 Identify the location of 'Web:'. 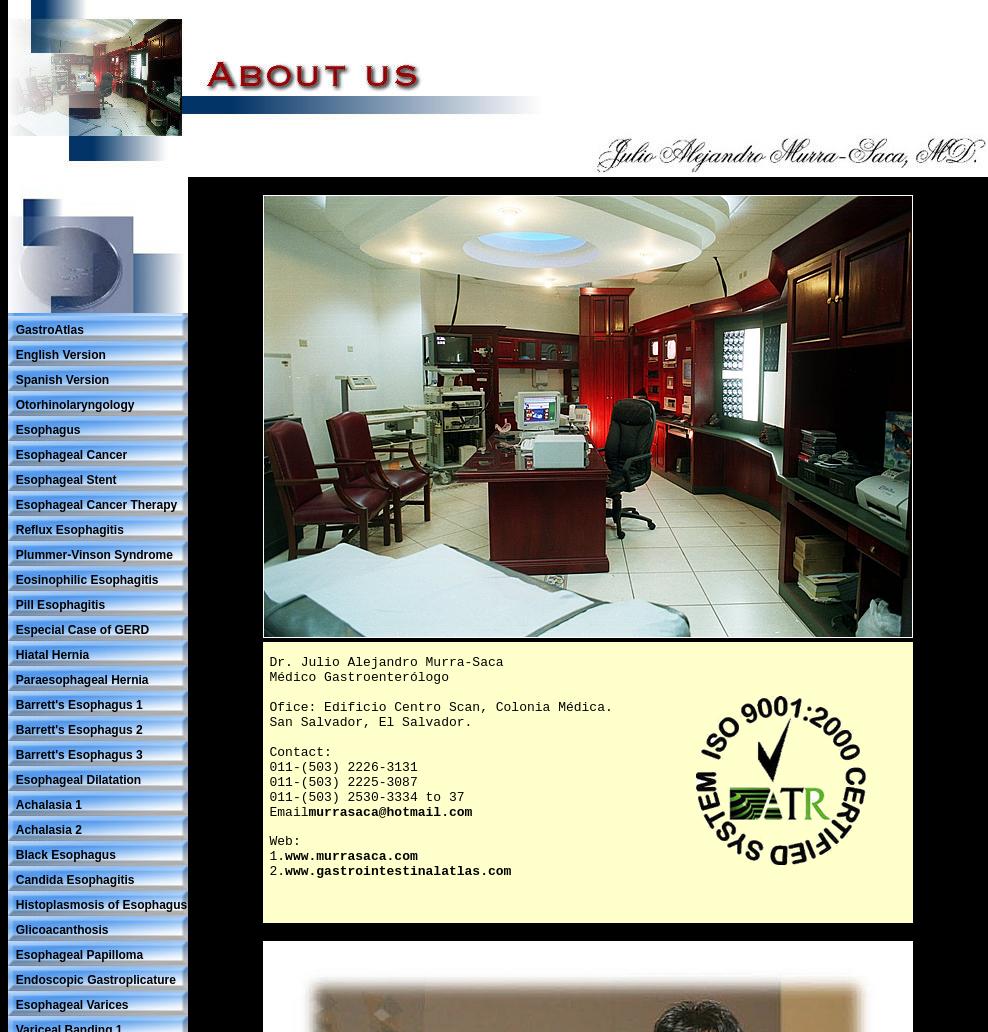
(268, 841).